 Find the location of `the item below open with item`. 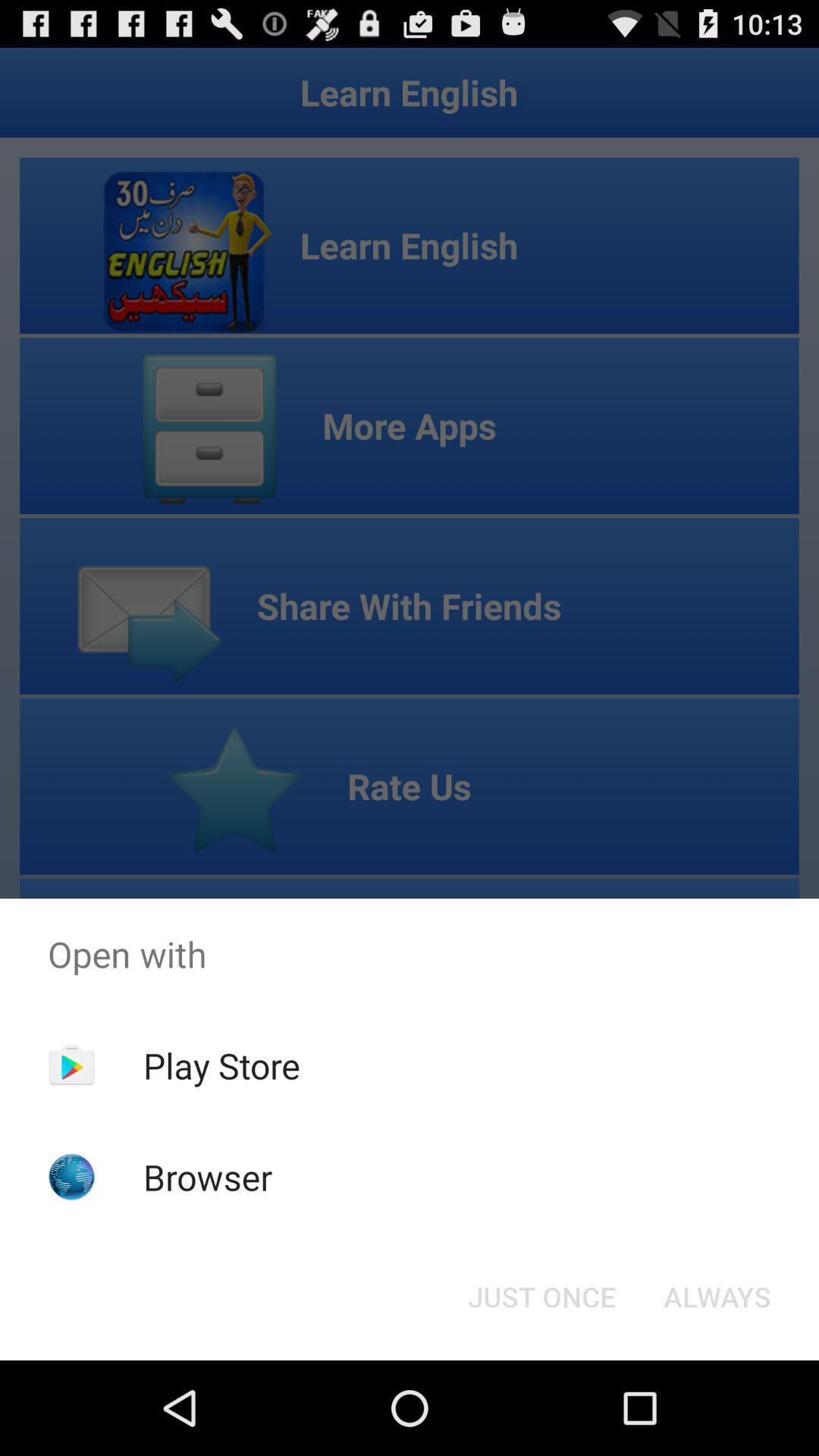

the item below open with item is located at coordinates (221, 1065).